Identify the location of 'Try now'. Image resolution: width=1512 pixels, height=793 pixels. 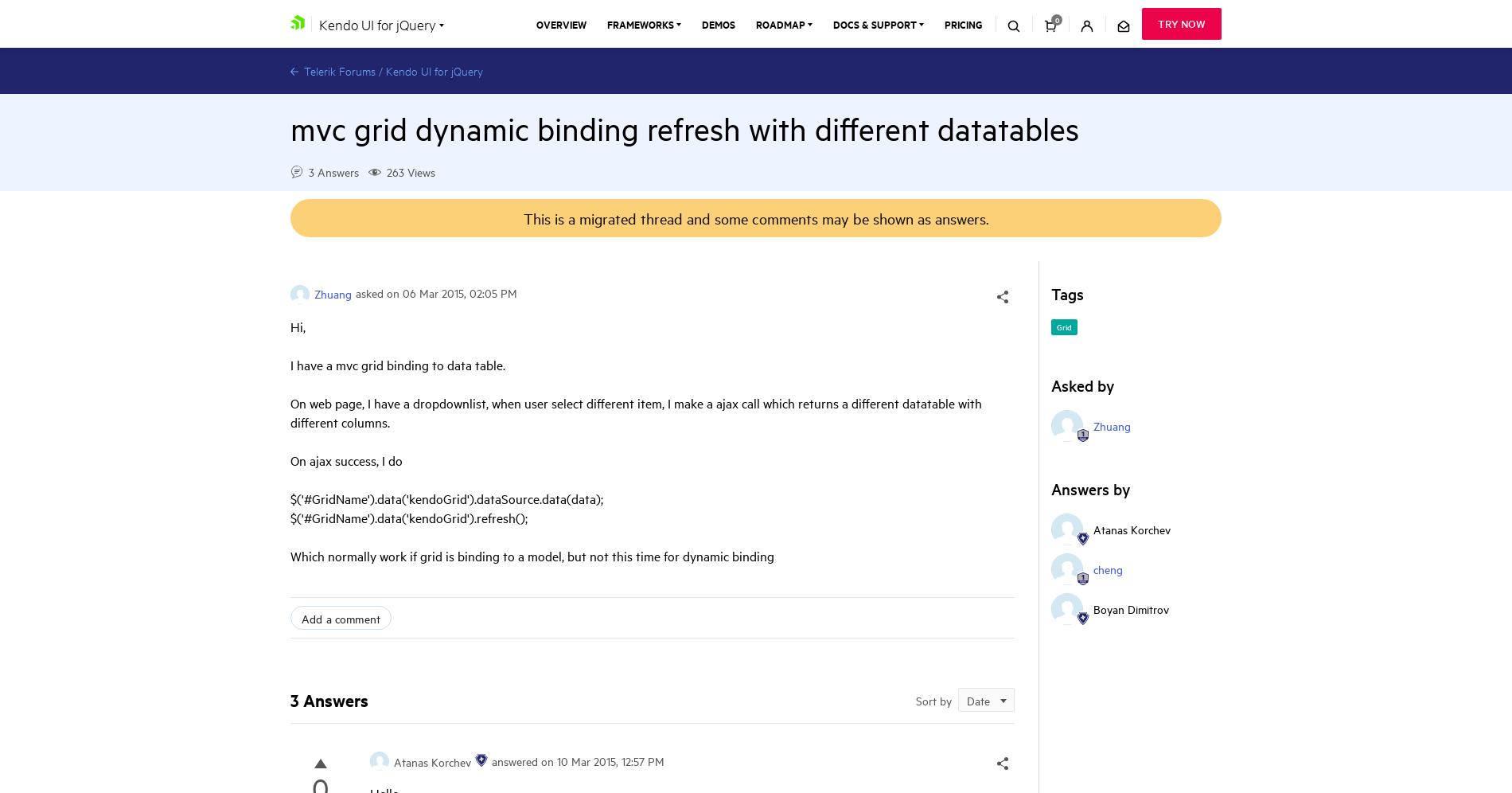
(1182, 23).